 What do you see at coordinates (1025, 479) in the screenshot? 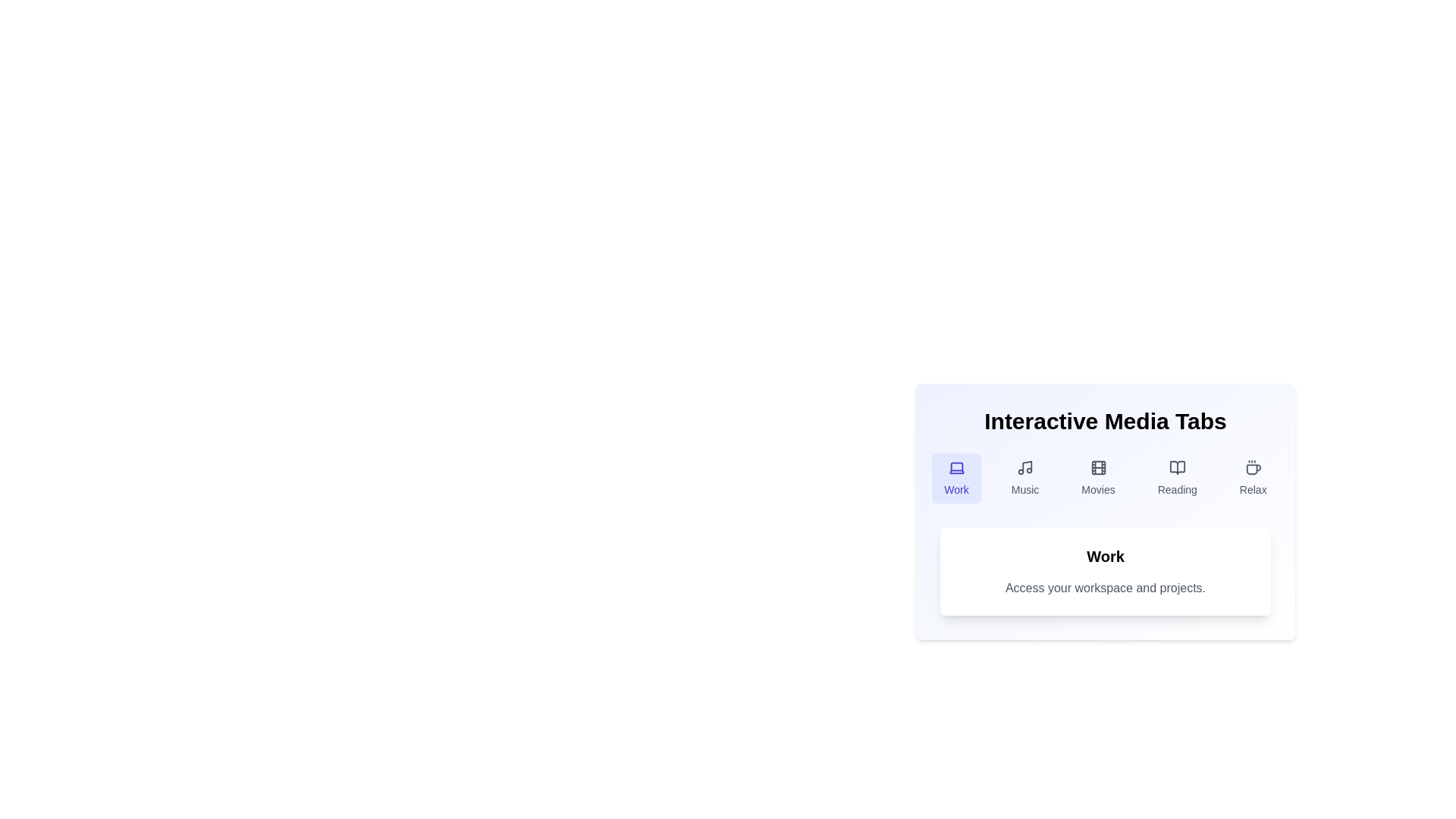
I see `the tab labeled Music by clicking on it` at bounding box center [1025, 479].